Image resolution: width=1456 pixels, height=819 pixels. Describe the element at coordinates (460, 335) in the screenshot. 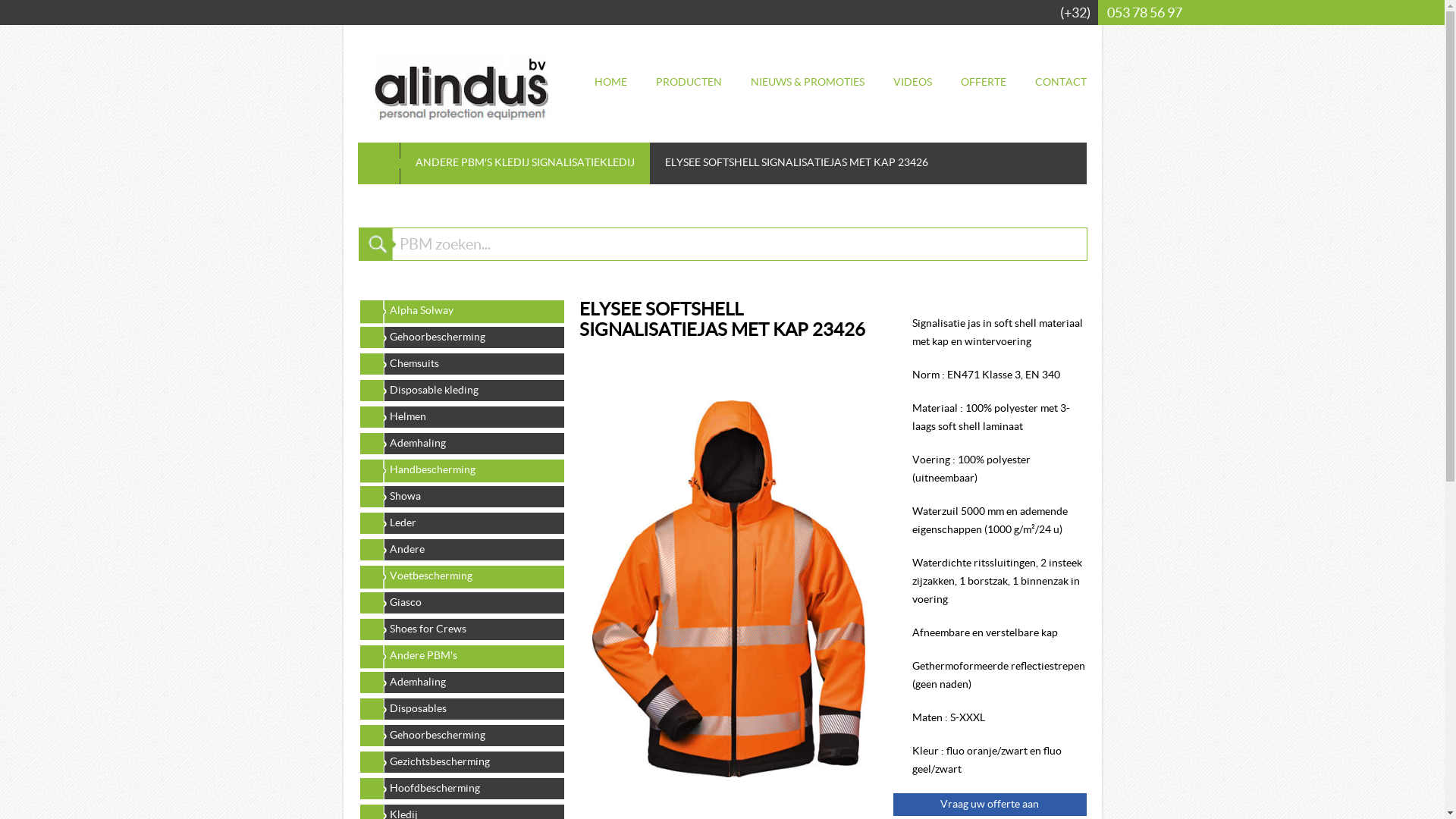

I see `'Gehoorbescherming'` at that location.